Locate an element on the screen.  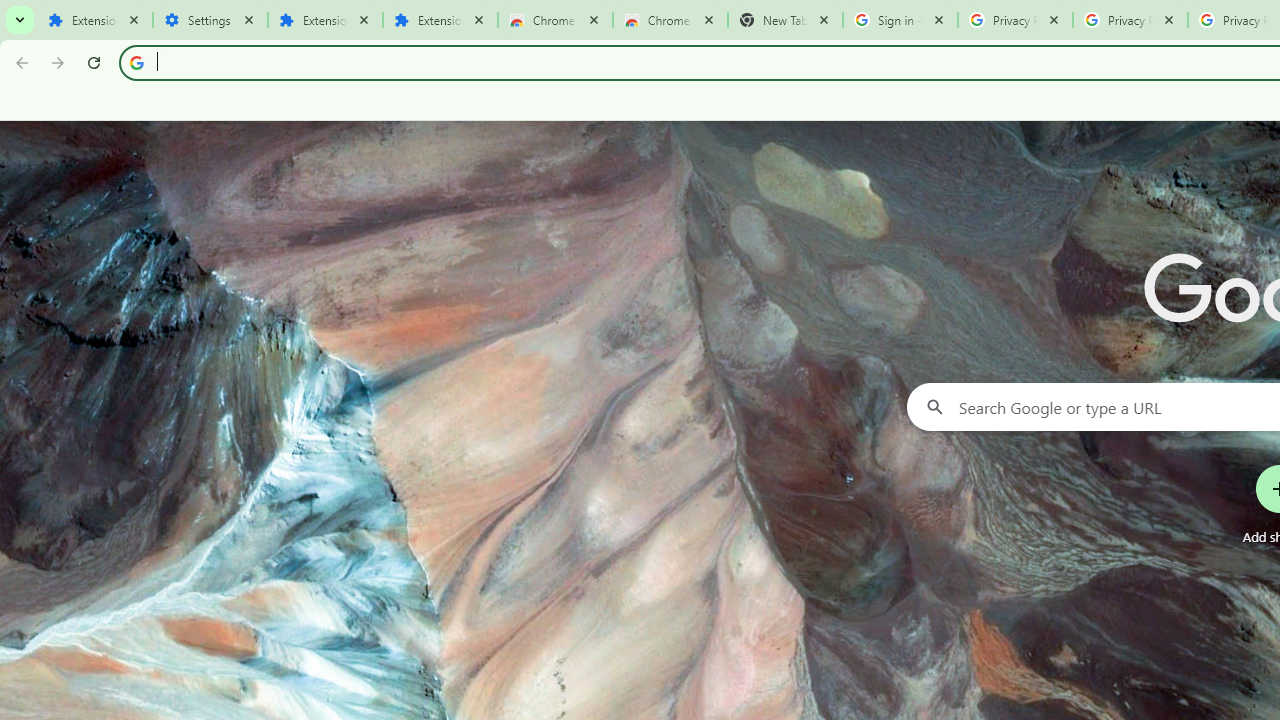
'Extensions' is located at coordinates (325, 20).